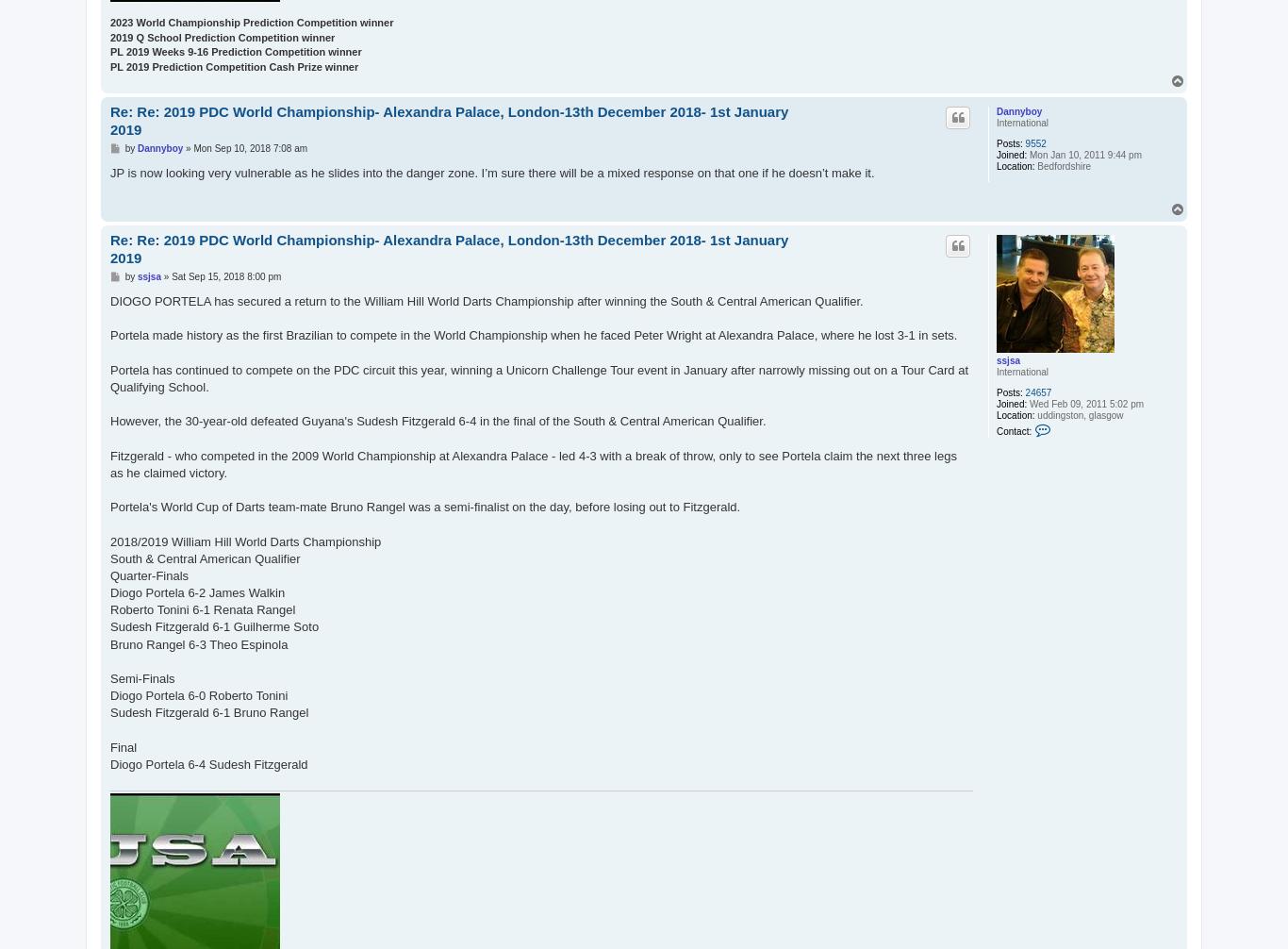 The height and width of the screenshot is (949, 1288). Describe the element at coordinates (1084, 154) in the screenshot. I see `'Mon Jan 10, 2011 9:44 pm'` at that location.